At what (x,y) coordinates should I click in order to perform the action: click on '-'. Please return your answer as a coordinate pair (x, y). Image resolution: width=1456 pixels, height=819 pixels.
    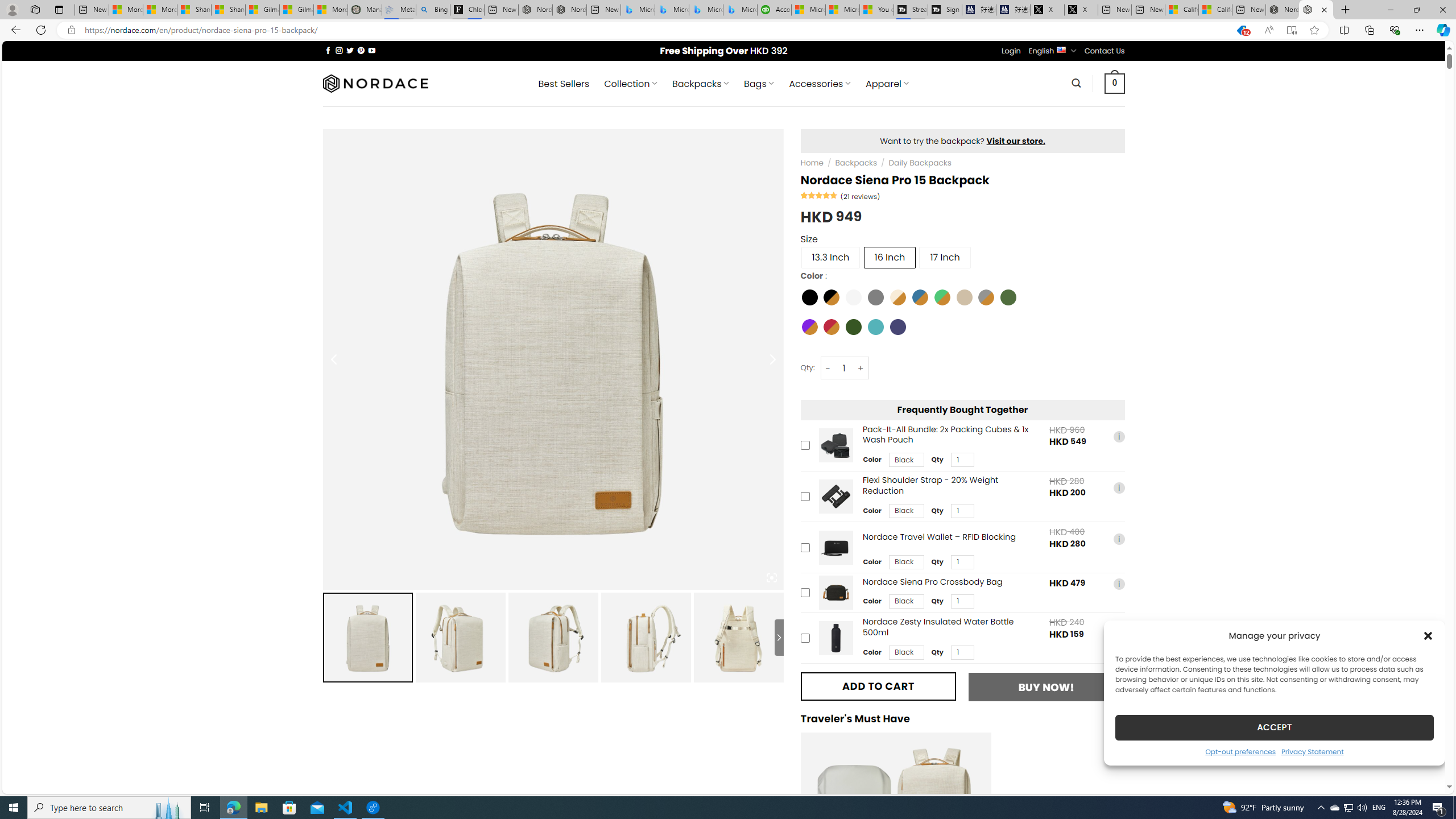
    Looking at the image, I should click on (828, 368).